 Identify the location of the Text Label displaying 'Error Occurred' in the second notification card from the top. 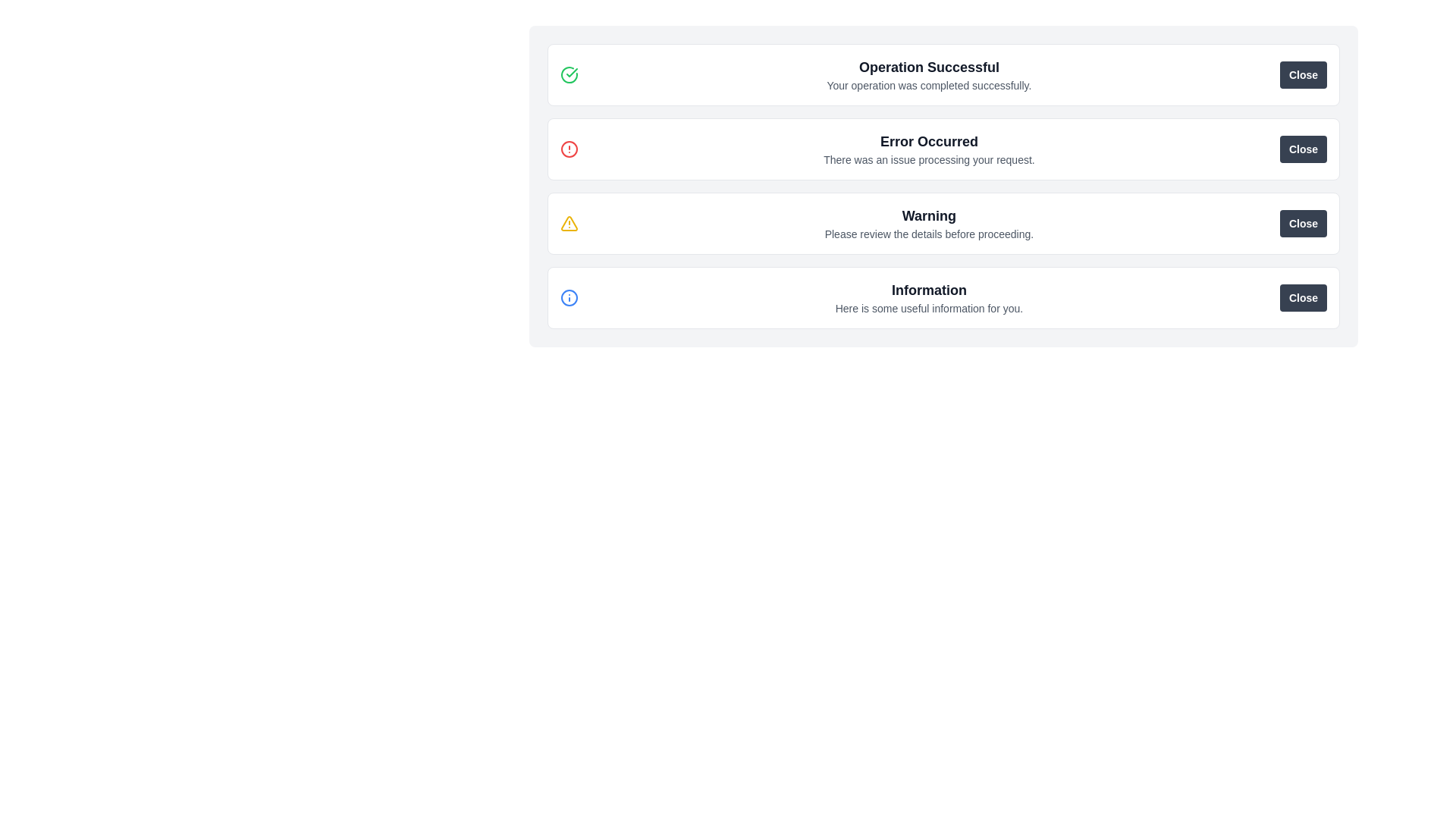
(928, 141).